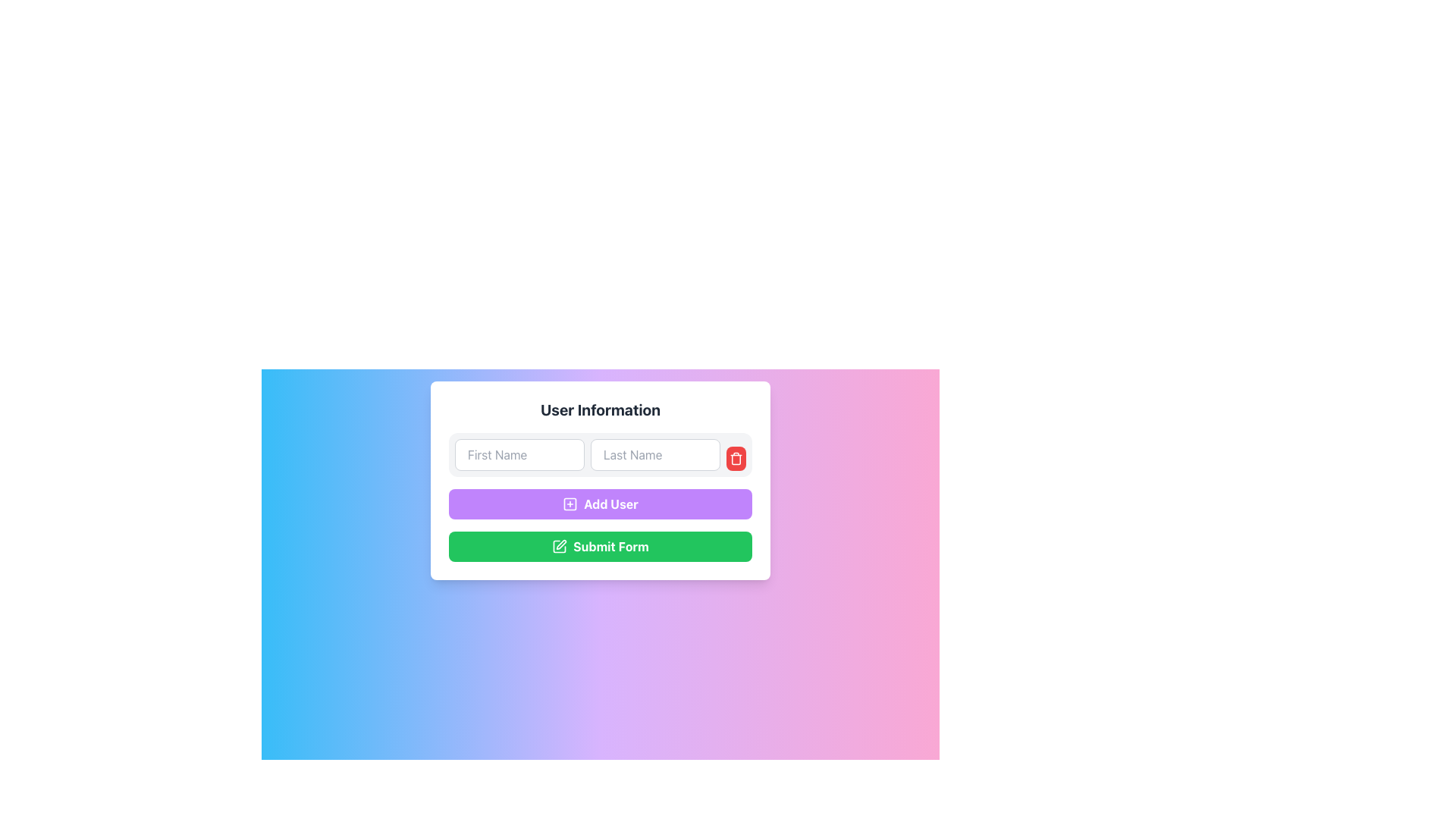 This screenshot has width=1456, height=819. Describe the element at coordinates (736, 459) in the screenshot. I see `the body of the trash can icon` at that location.